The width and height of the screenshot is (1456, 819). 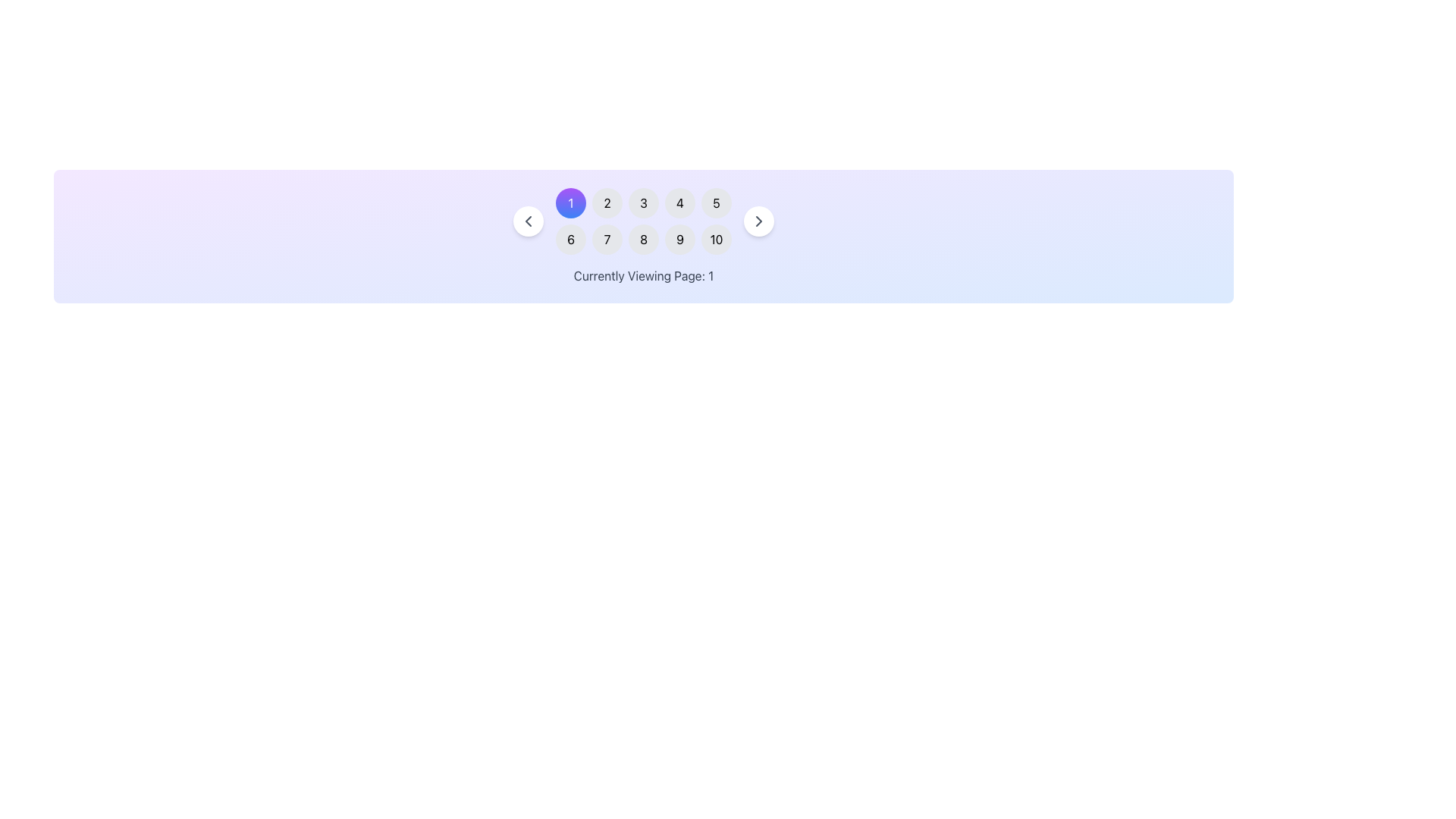 What do you see at coordinates (679, 239) in the screenshot?
I see `the circular button with a light gray background and the number '9' centered in black text, located in the bottom-right corner of the grid` at bounding box center [679, 239].